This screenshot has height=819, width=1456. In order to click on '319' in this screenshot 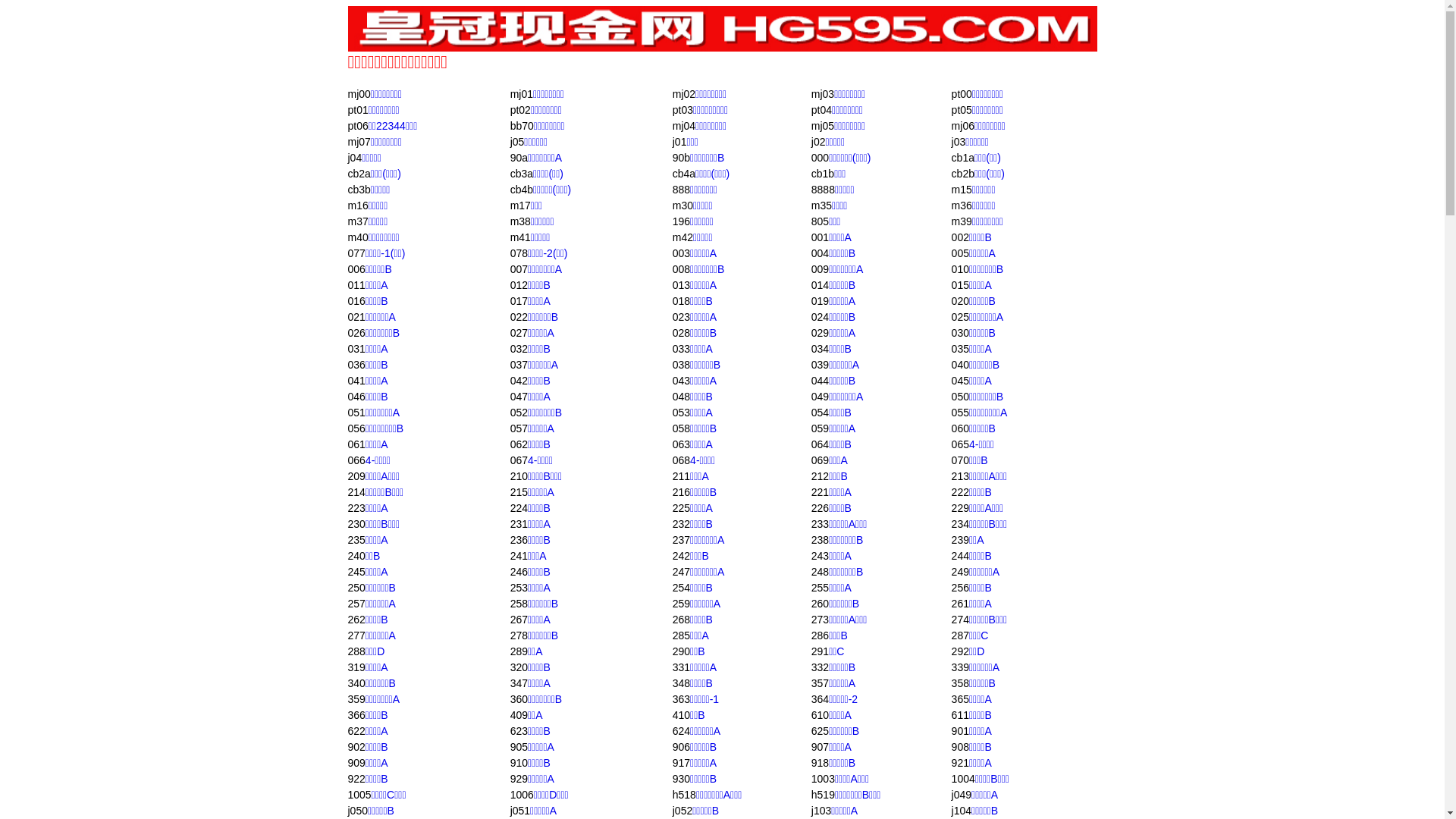, I will do `click(355, 666)`.